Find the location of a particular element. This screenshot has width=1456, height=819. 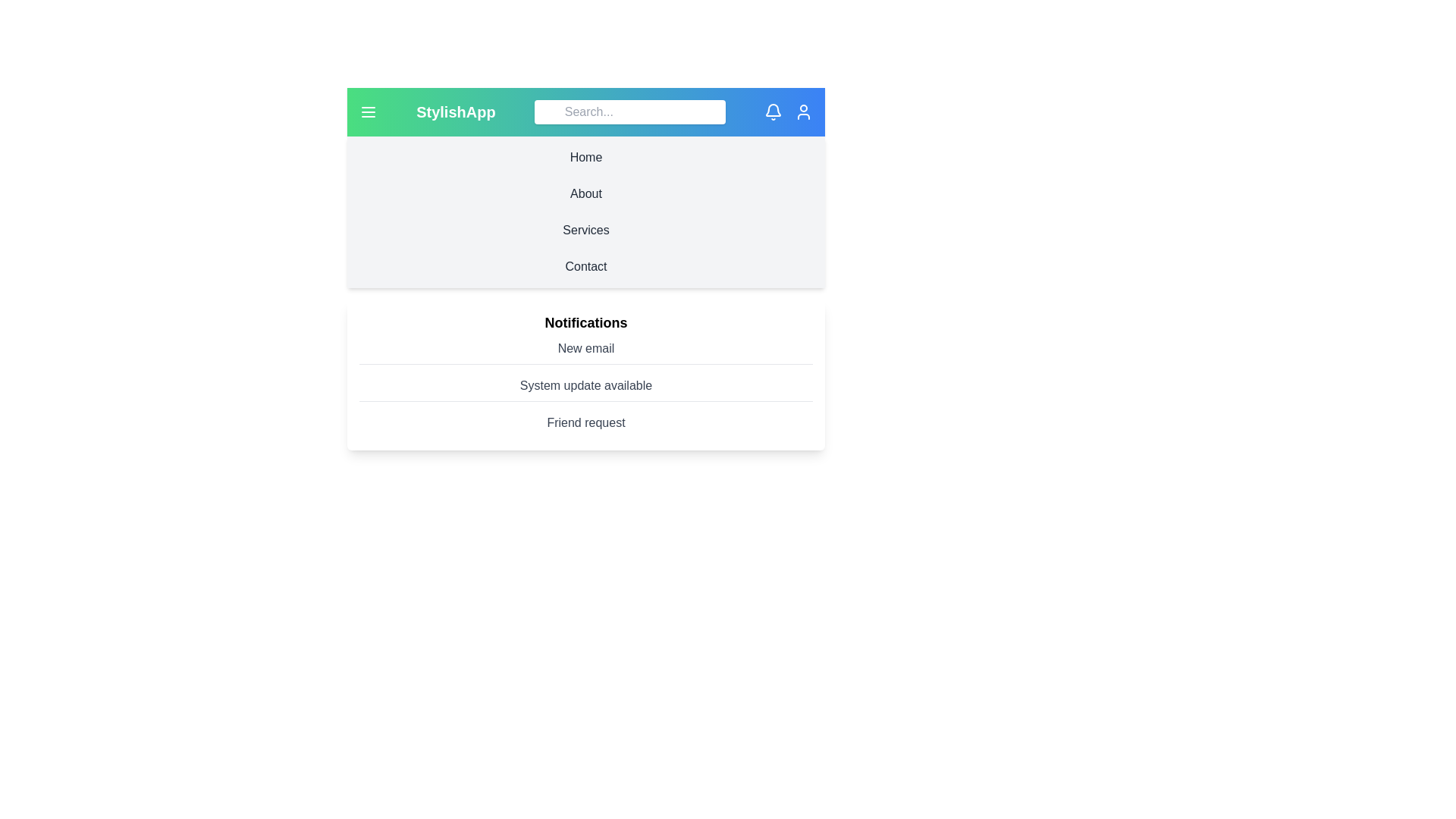

the navigation section Contact is located at coordinates (585, 265).